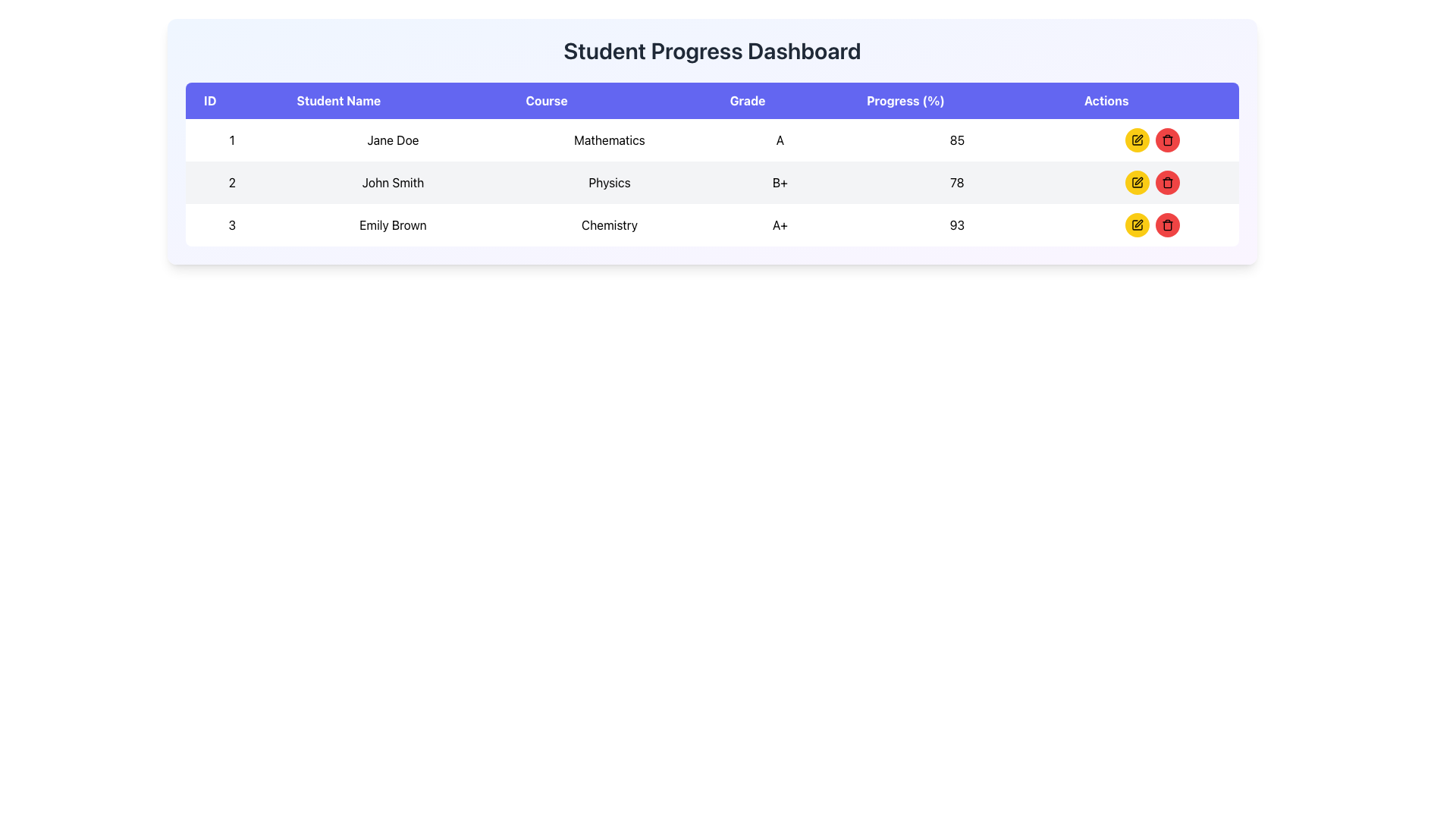 This screenshot has width=1456, height=819. Describe the element at coordinates (1138, 138) in the screenshot. I see `the edit icon located in the 'Actions' column of the third row of the data table to modify the associated data` at that location.